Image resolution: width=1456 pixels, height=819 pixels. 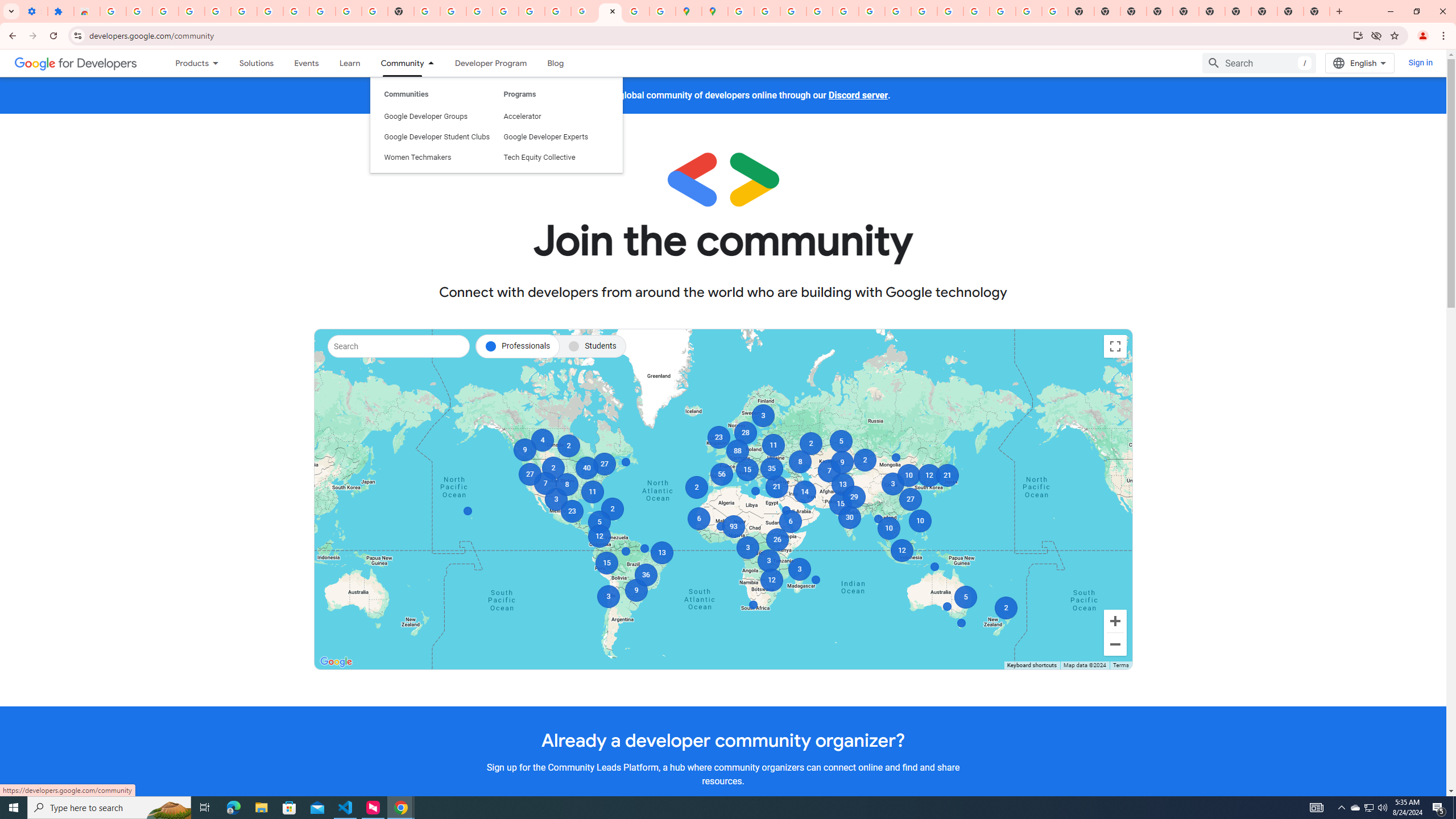 I want to click on 'Delete photos & videos - Computer - Google Photos Help', so click(x=191, y=11).